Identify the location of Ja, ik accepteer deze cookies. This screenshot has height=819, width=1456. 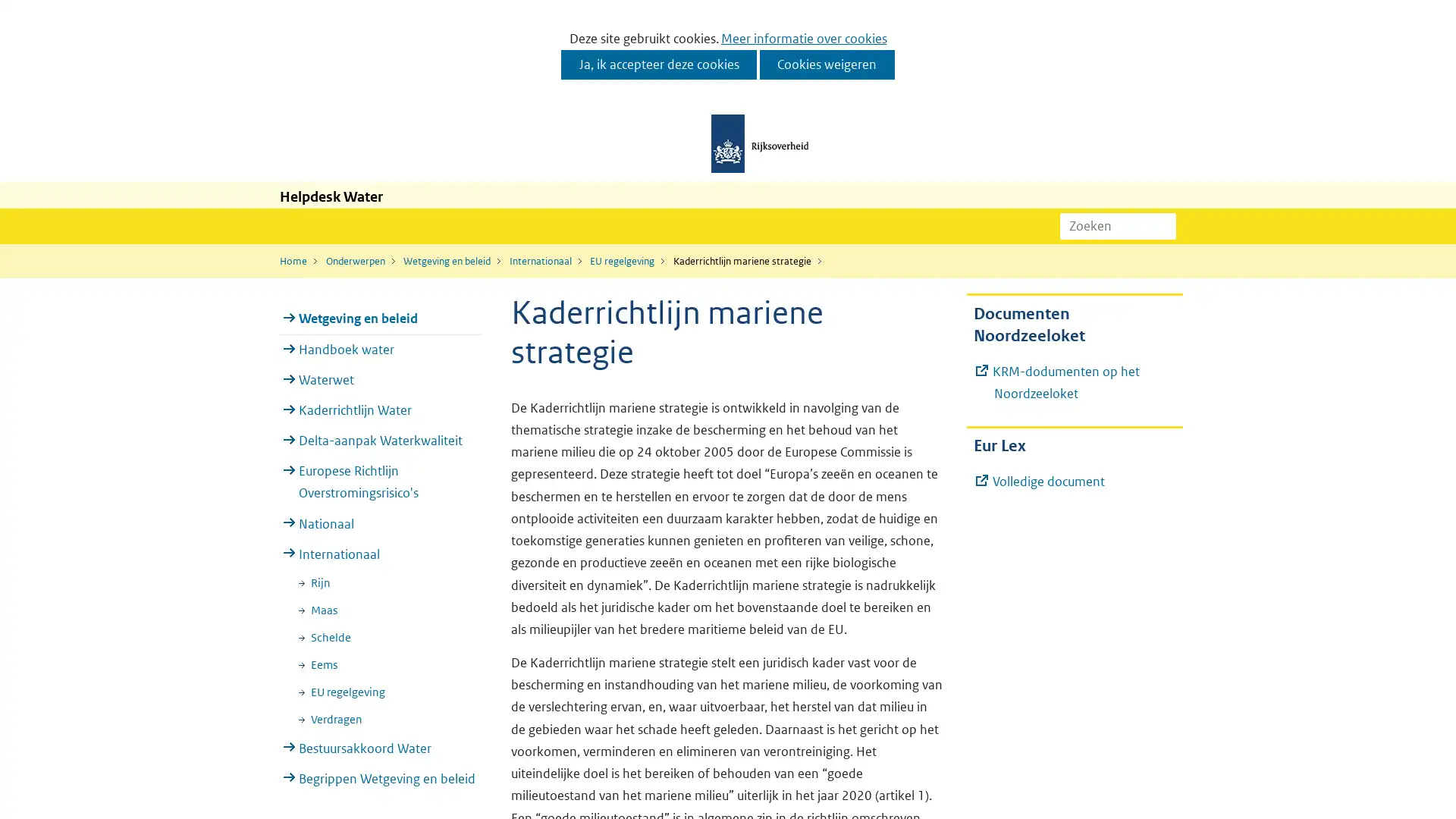
(658, 64).